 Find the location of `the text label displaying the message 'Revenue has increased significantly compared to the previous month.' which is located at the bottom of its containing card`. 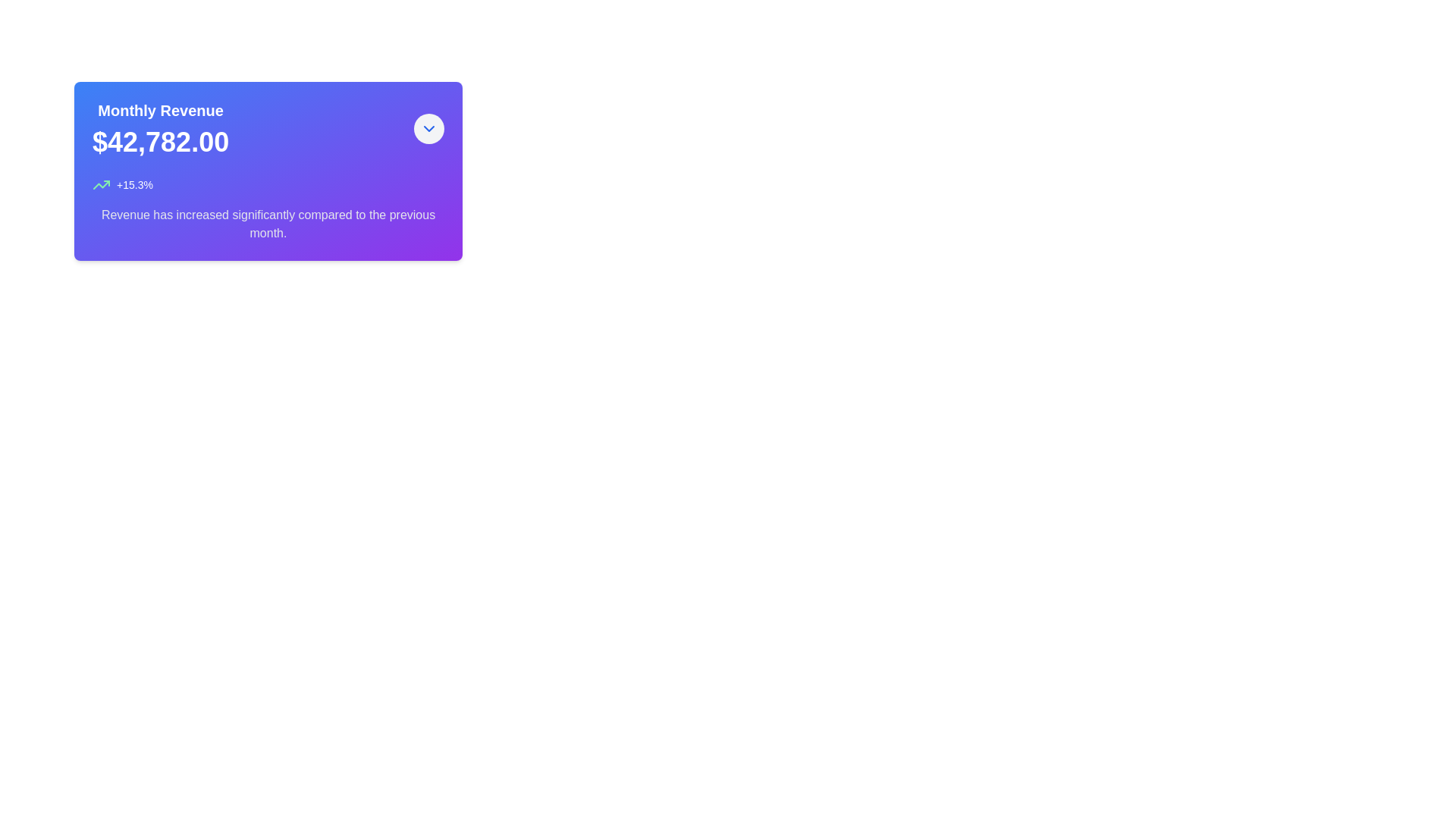

the text label displaying the message 'Revenue has increased significantly compared to the previous month.' which is located at the bottom of its containing card is located at coordinates (268, 224).